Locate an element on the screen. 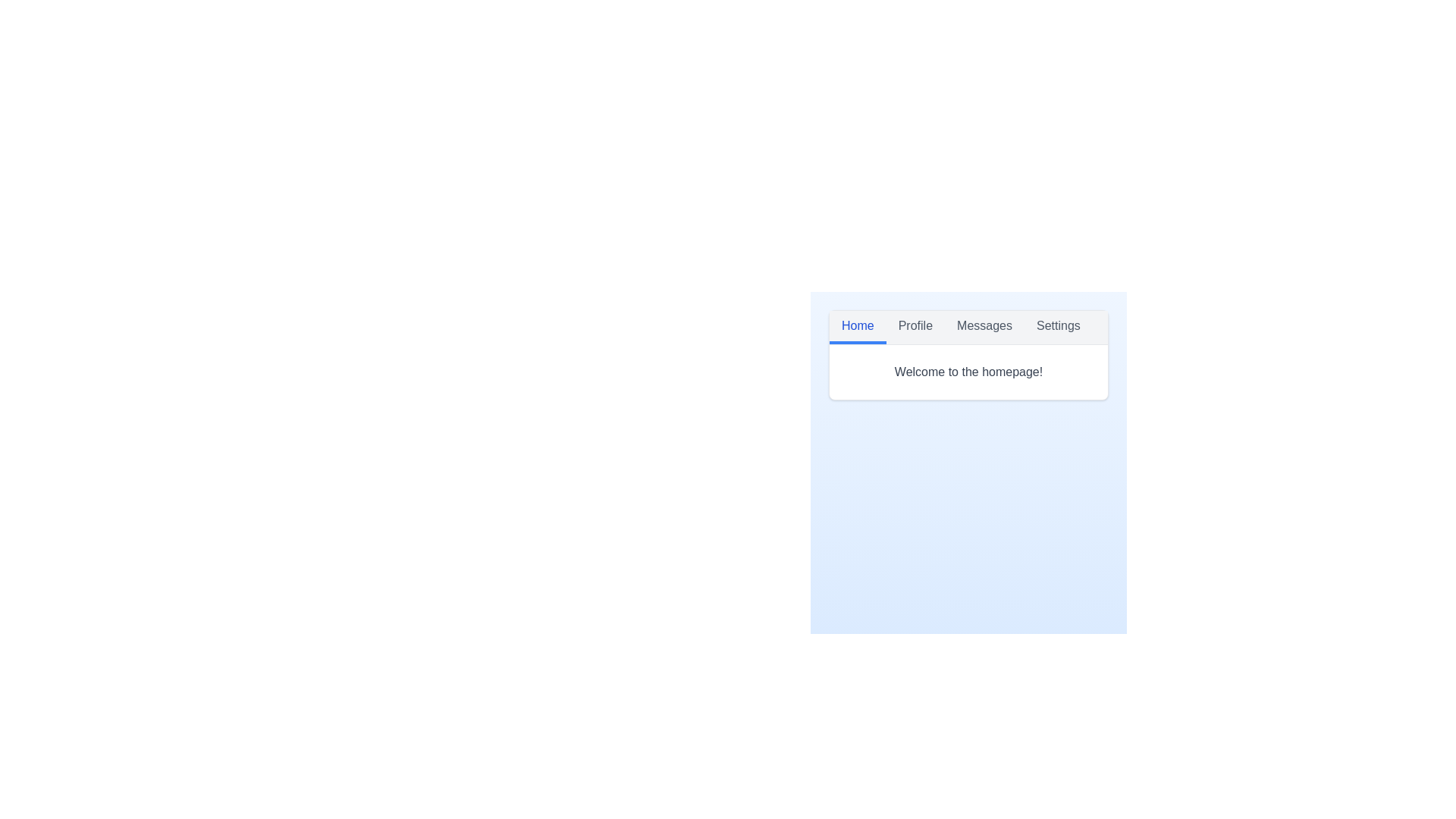 This screenshot has width=1456, height=819. the fourth navigation menu item in the top-right section of the page is located at coordinates (1057, 327).